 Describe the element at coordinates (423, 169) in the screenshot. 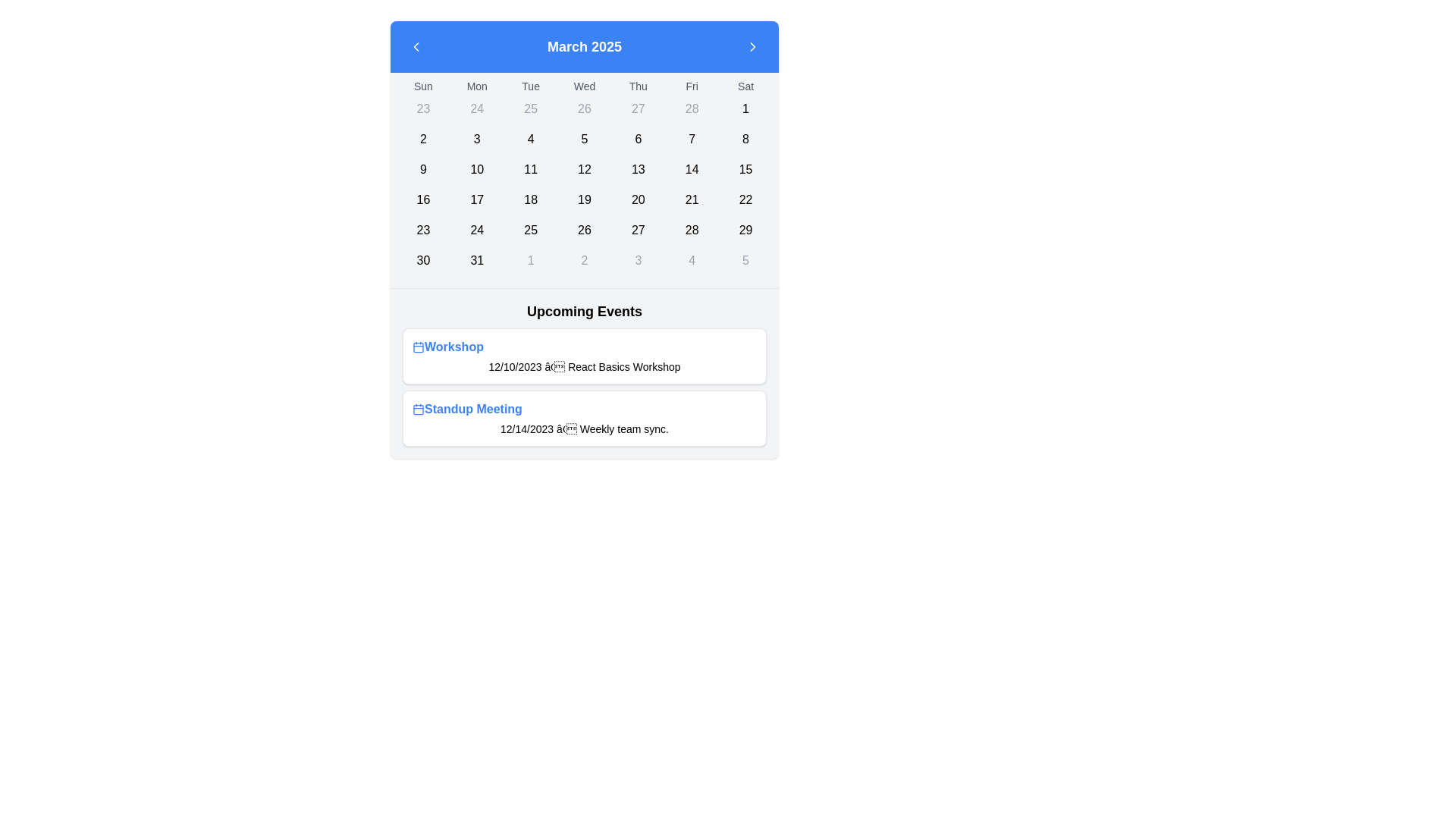

I see `the button representing Sunday, March 9 in the calendar view` at that location.